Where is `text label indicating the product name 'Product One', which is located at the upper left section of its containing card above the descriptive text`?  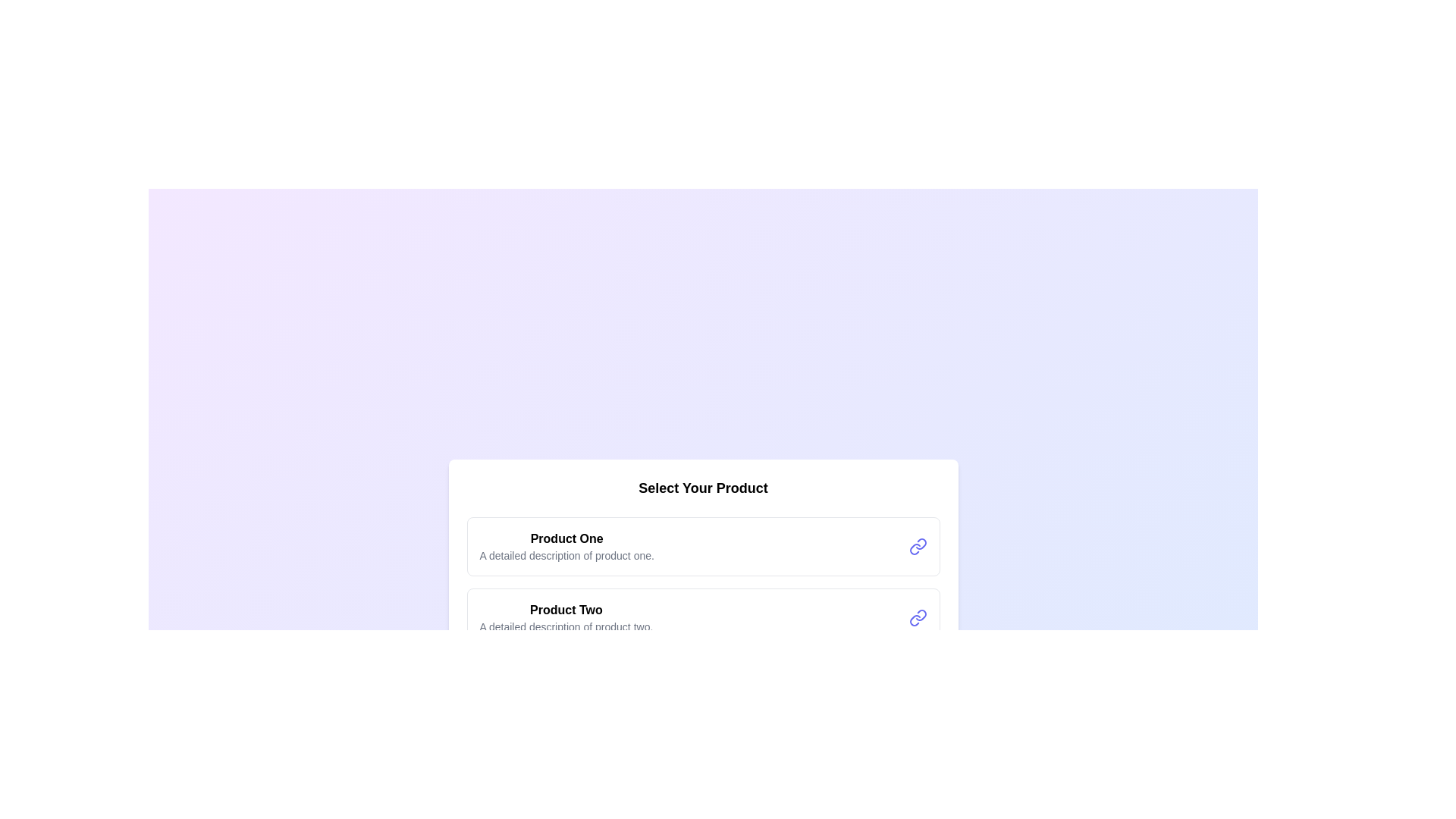
text label indicating the product name 'Product One', which is located at the upper left section of its containing card above the descriptive text is located at coordinates (566, 538).